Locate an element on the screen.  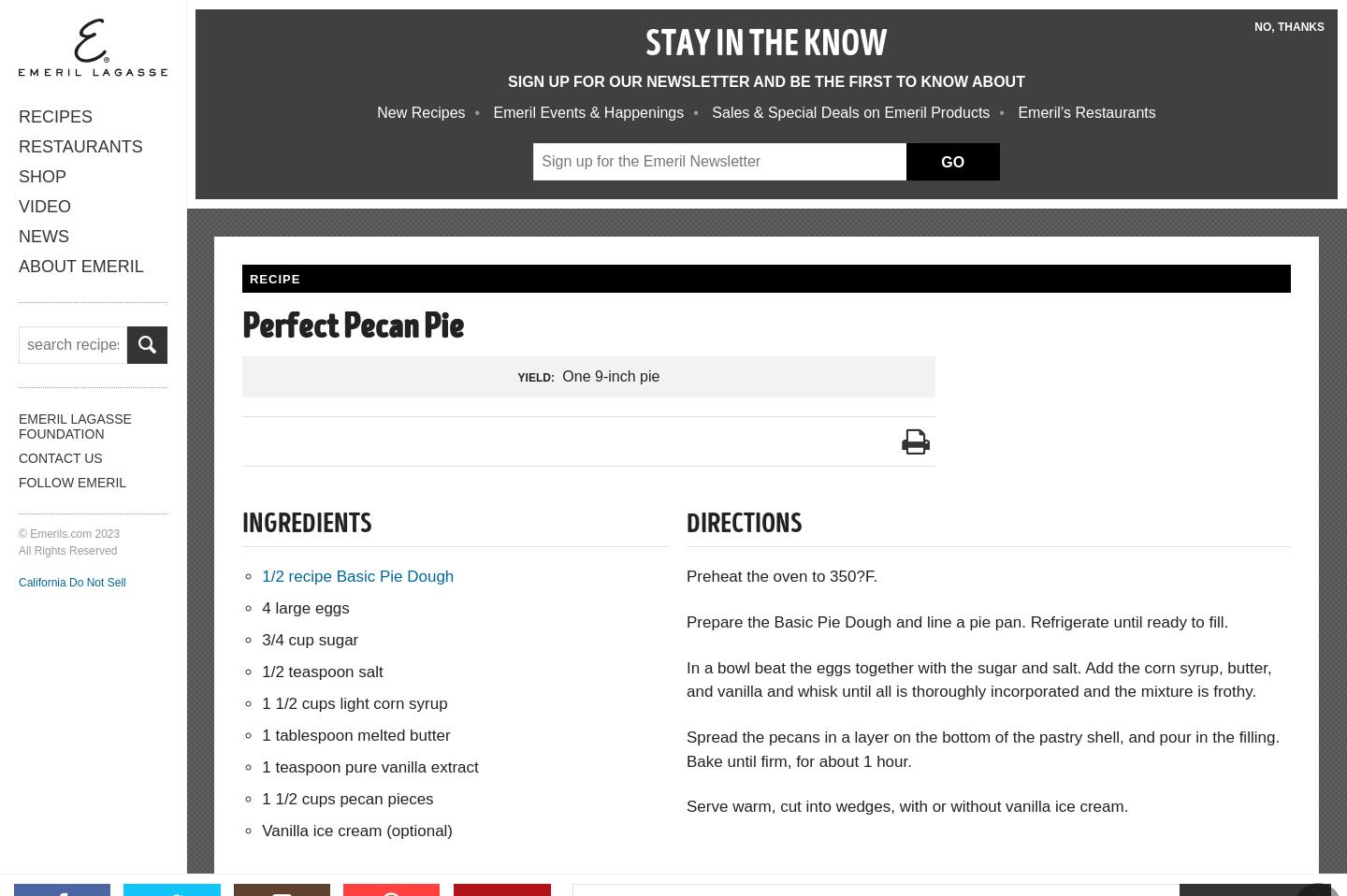
'Video' is located at coordinates (18, 204).